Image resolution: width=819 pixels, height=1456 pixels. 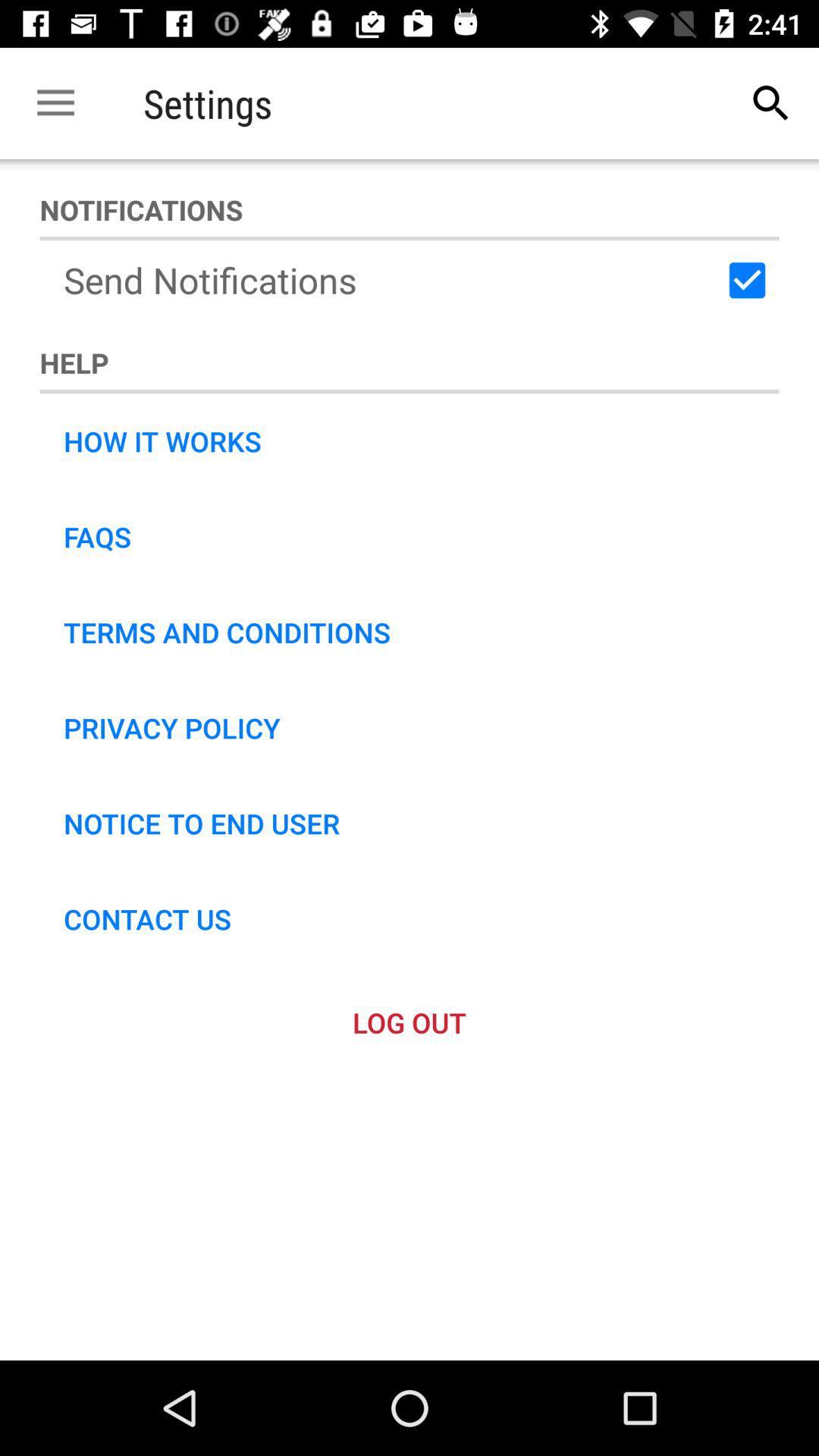 I want to click on the icon next to the settings item, so click(x=55, y=102).